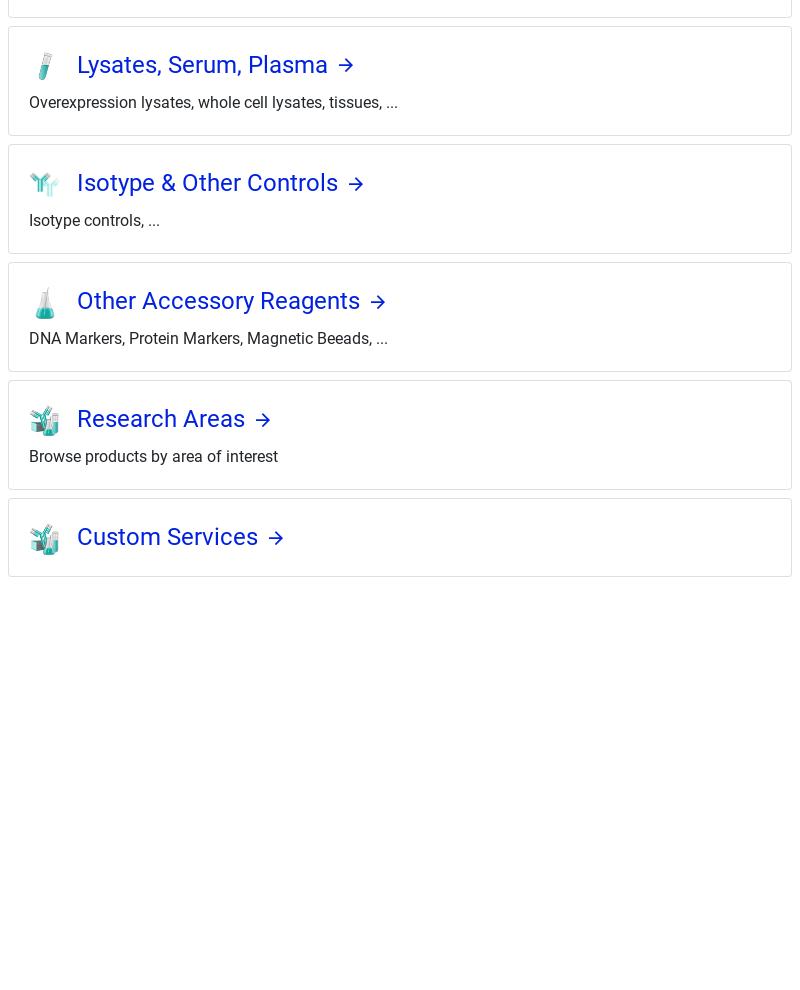 This screenshot has height=990, width=800. What do you see at coordinates (39, 774) in the screenshot?
I see `'CE2 Antibodies'` at bounding box center [39, 774].